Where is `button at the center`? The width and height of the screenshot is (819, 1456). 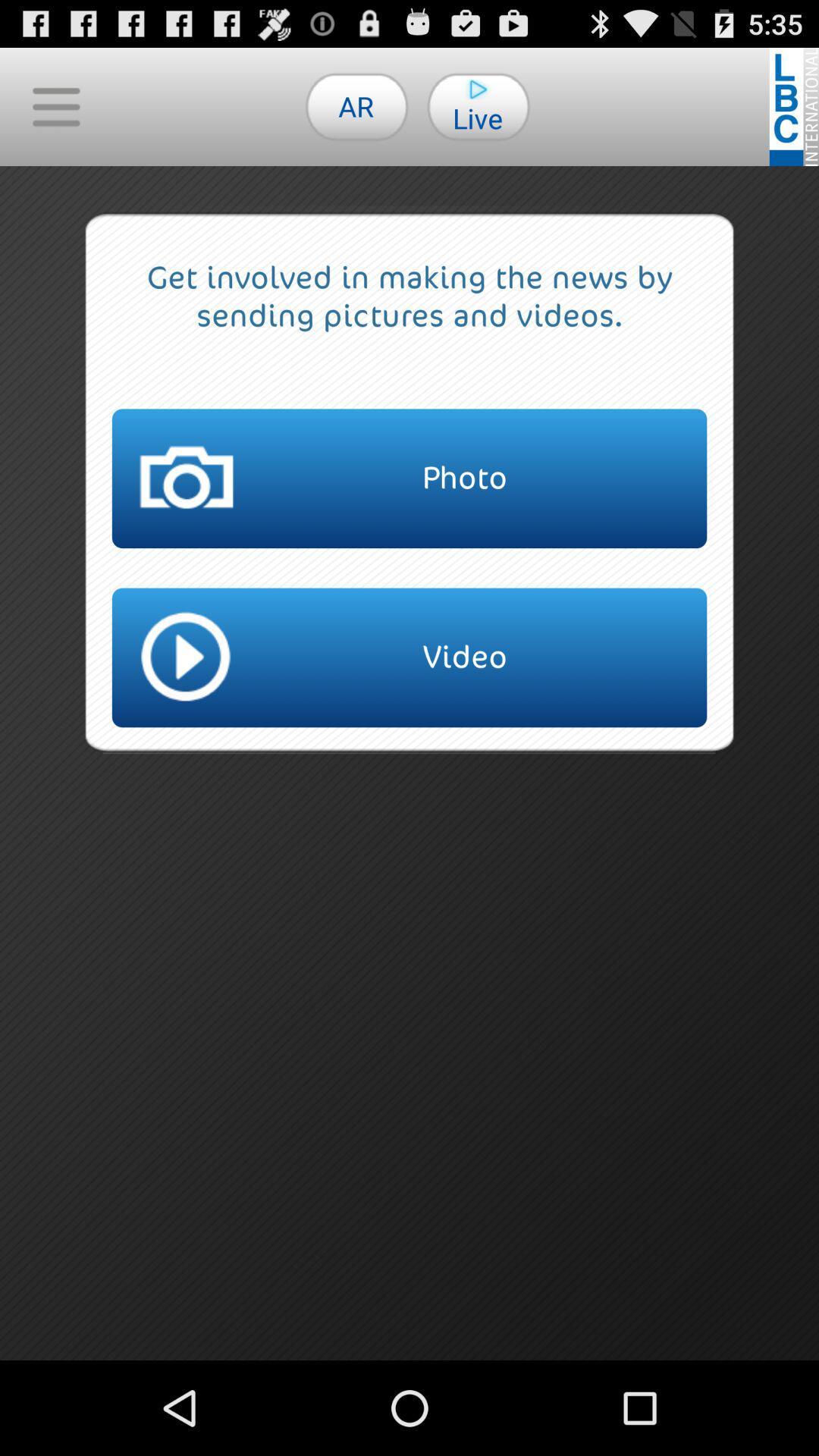
button at the center is located at coordinates (409, 657).